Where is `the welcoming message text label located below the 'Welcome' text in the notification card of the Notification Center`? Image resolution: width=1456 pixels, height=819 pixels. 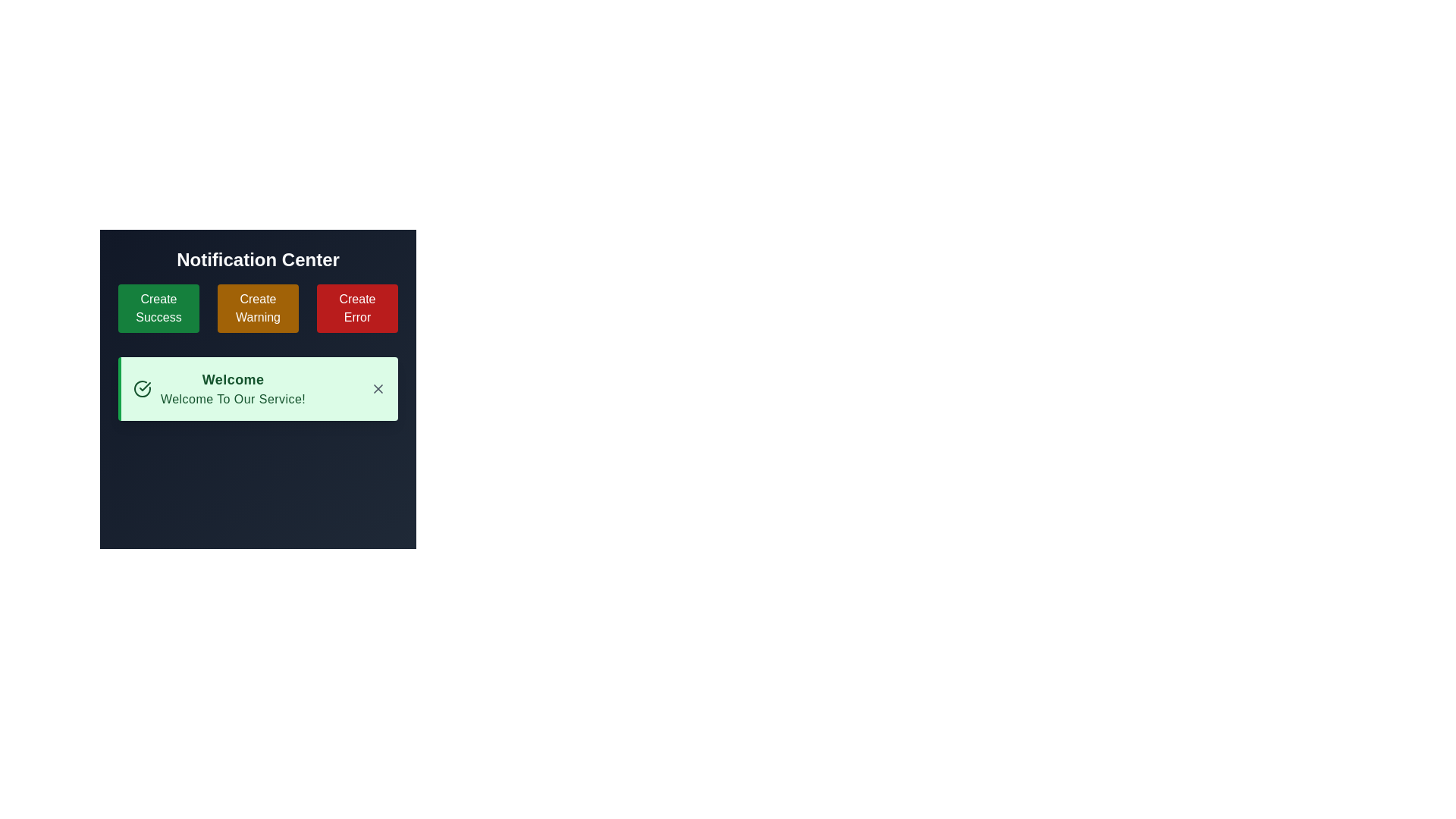 the welcoming message text label located below the 'Welcome' text in the notification card of the Notification Center is located at coordinates (232, 399).